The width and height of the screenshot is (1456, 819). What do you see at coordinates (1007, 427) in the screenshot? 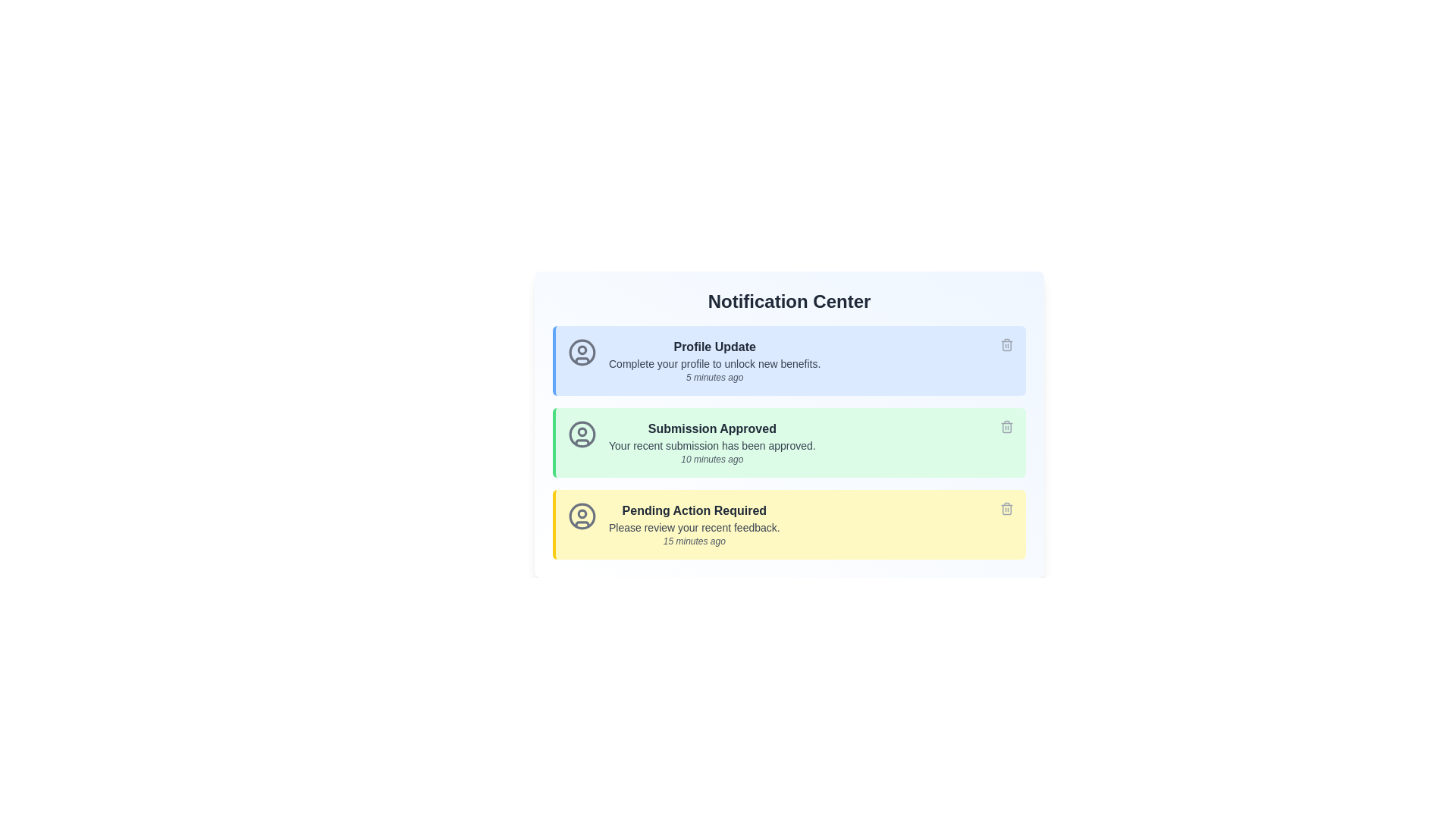
I see `the small gray trash bin icon located on the right-hand side of the green notification box labeled 'Submission Approved'` at bounding box center [1007, 427].